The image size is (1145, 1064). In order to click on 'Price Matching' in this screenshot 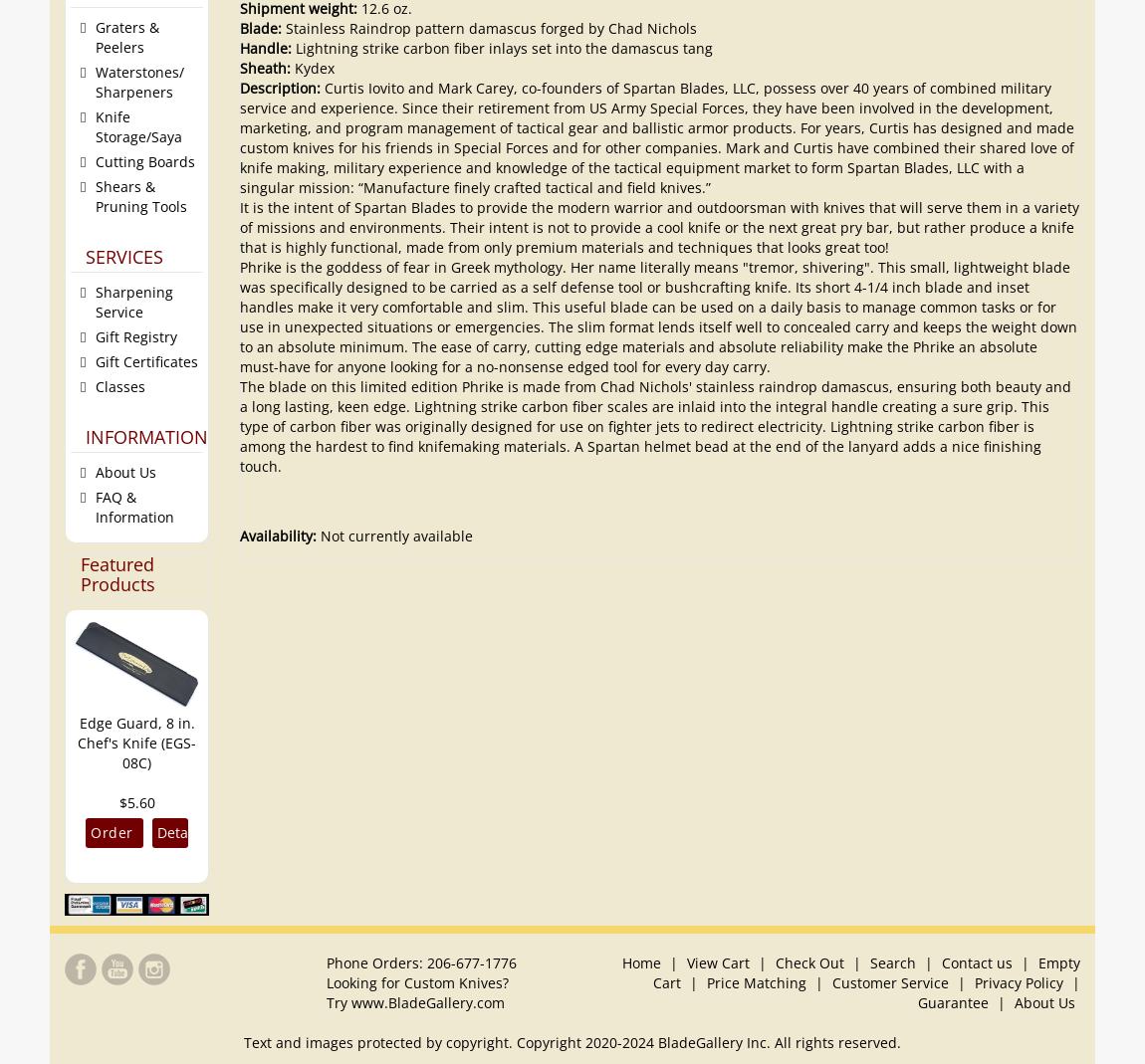, I will do `click(756, 981)`.